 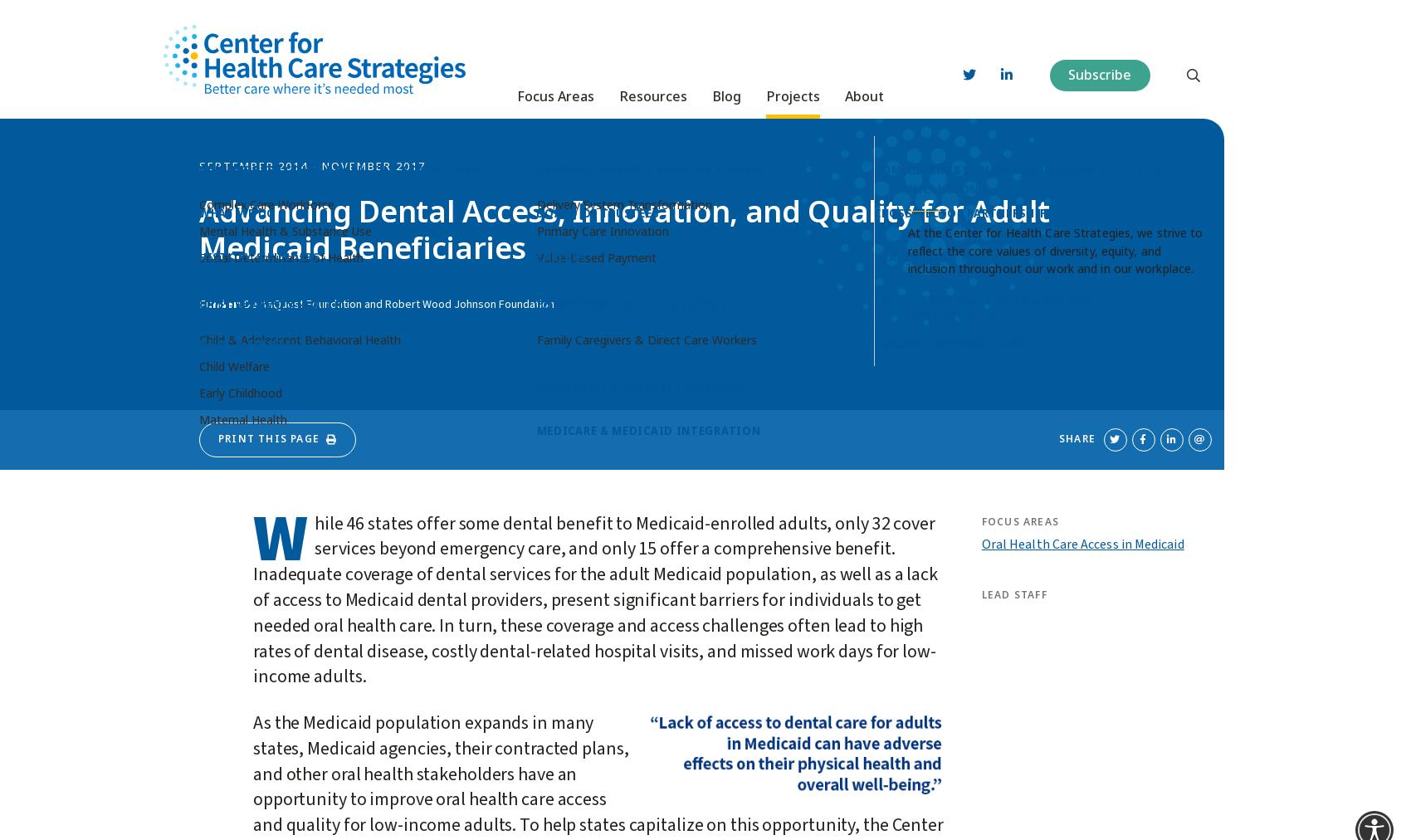 I want to click on 'Delivery System Transformation', so click(x=622, y=198).